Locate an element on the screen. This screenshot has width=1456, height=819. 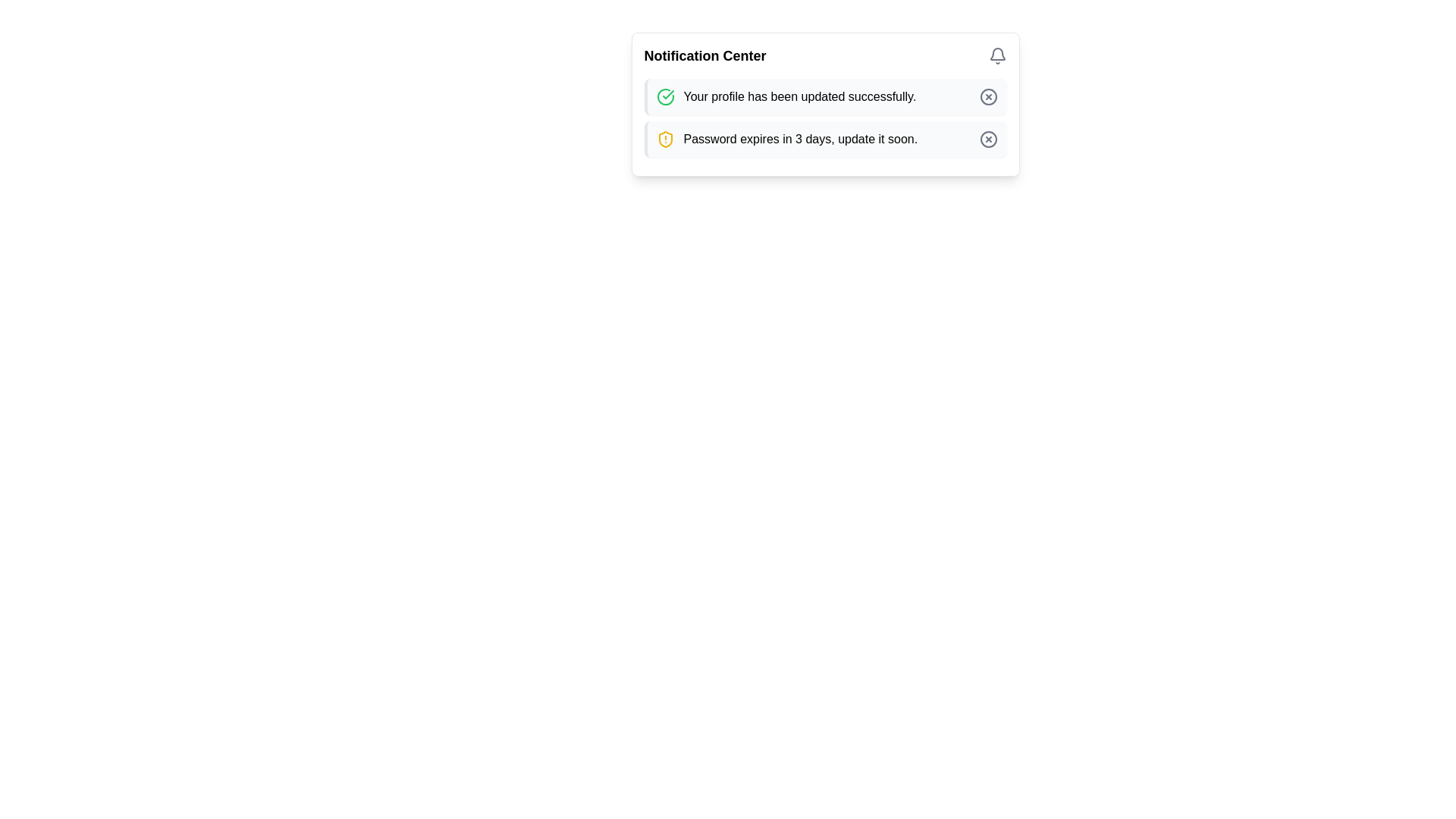
the notification icon is located at coordinates (997, 55).